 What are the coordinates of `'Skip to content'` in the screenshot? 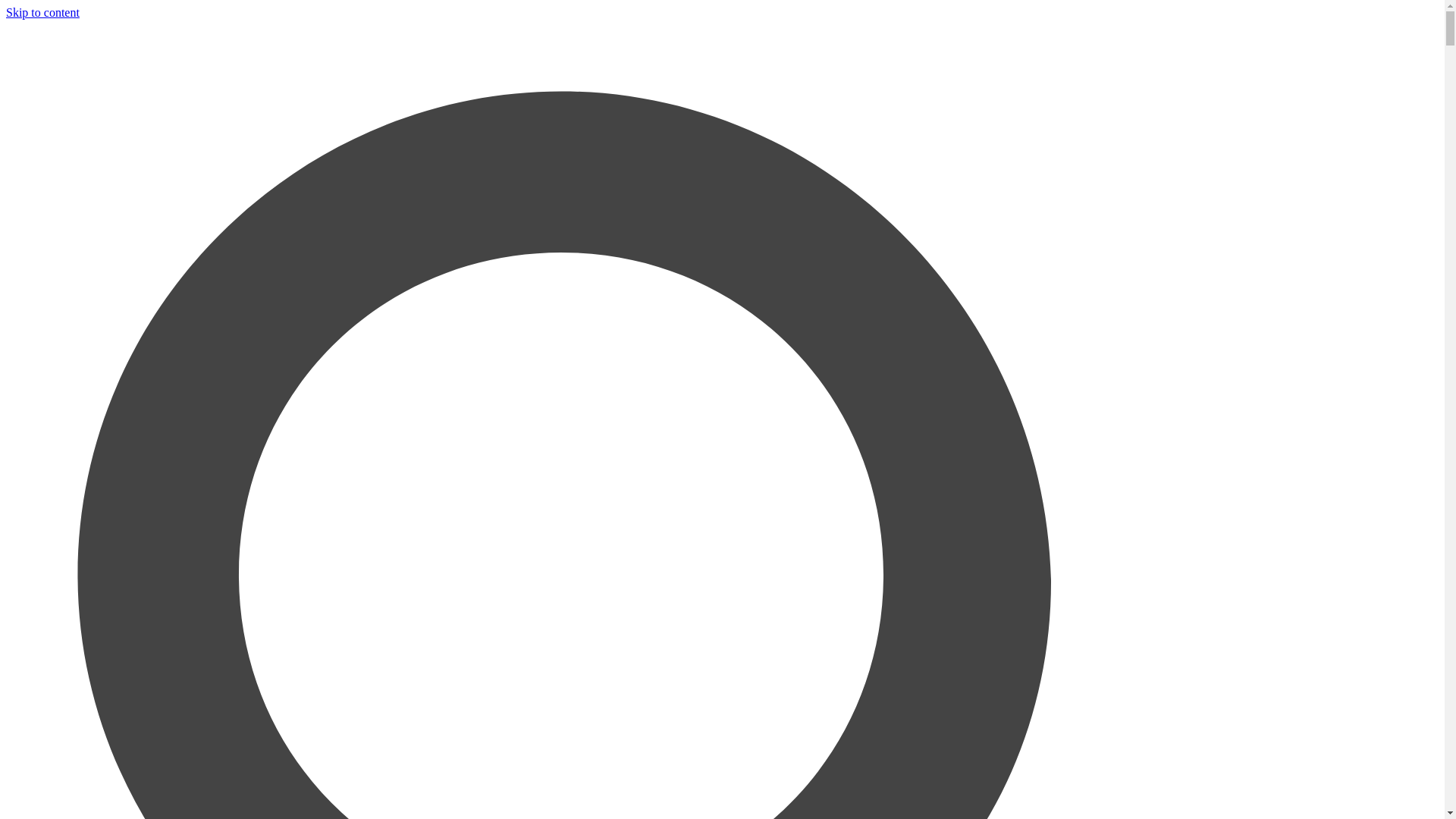 It's located at (6, 12).